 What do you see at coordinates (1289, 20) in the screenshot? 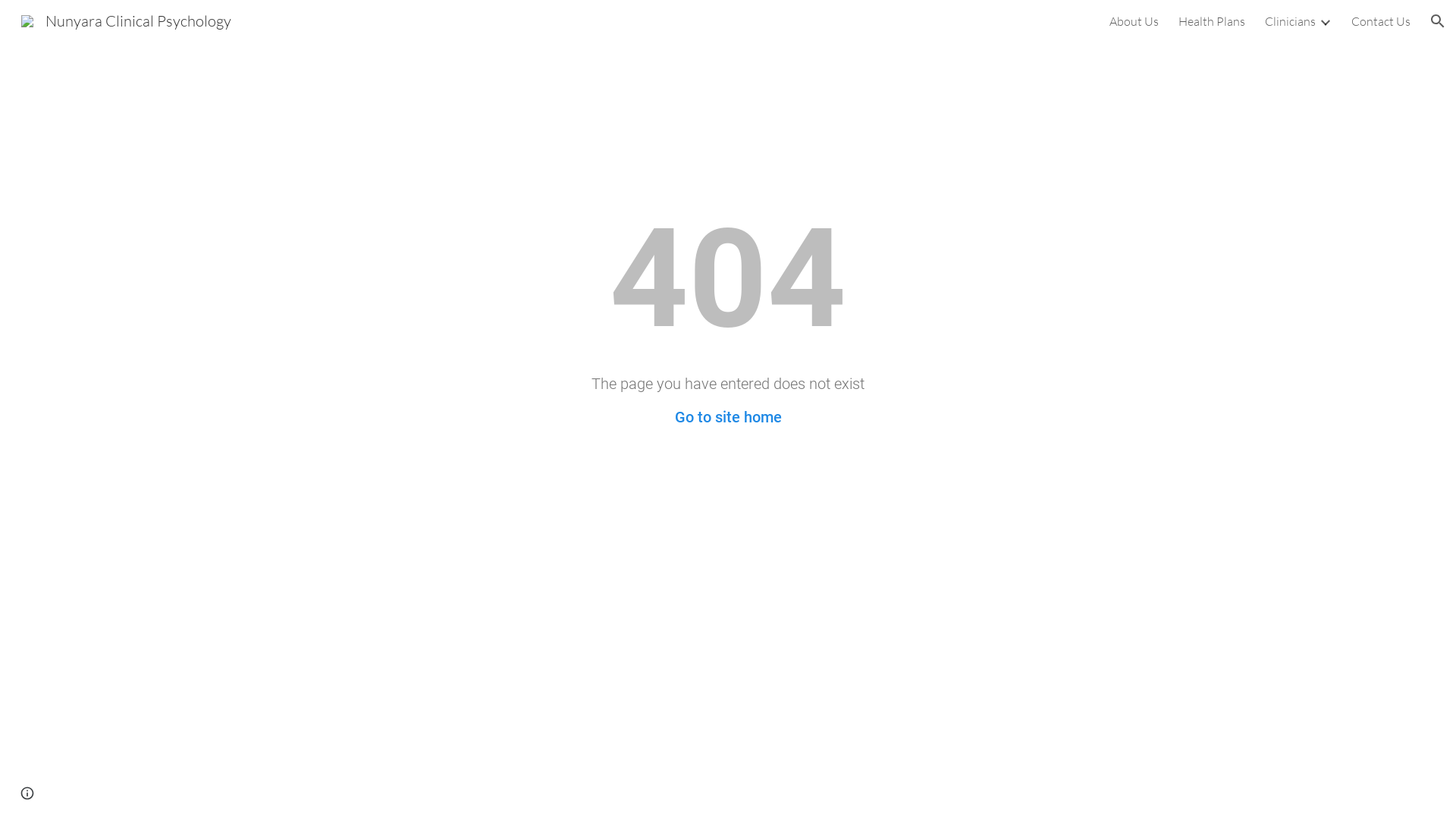
I see `'Clinicians'` at bounding box center [1289, 20].